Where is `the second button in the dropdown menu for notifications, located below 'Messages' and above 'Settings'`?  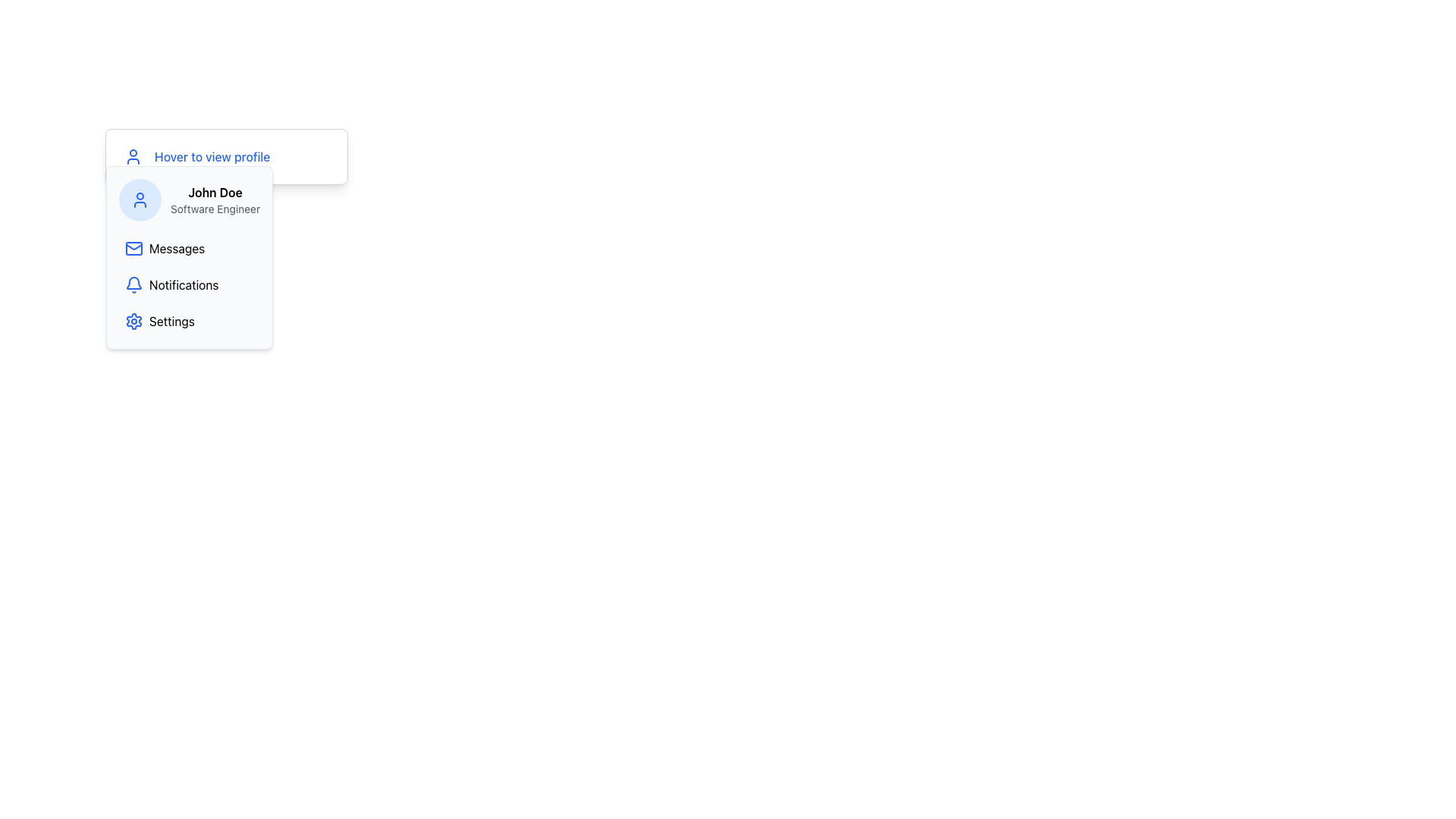 the second button in the dropdown menu for notifications, located below 'Messages' and above 'Settings' is located at coordinates (188, 284).